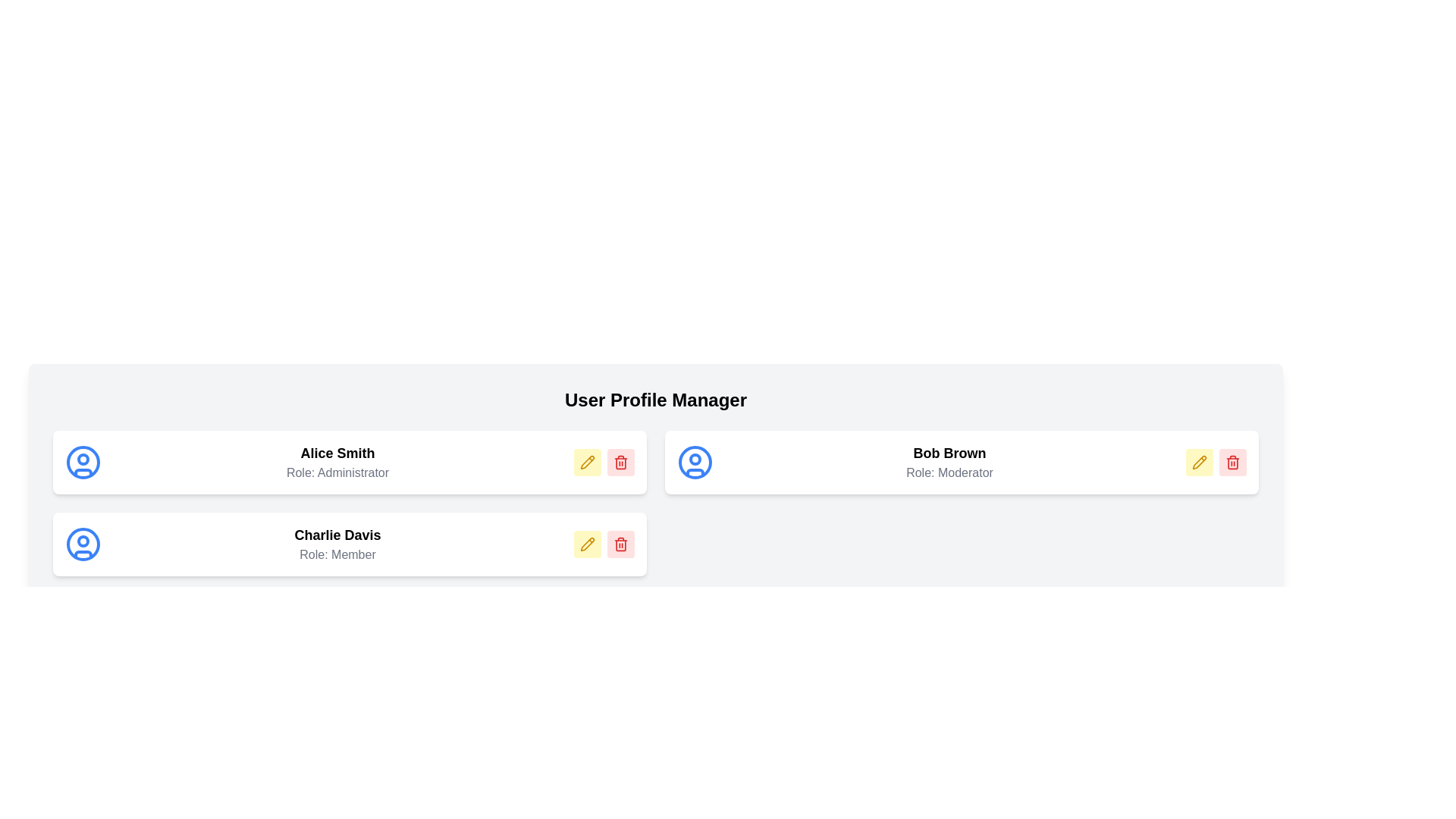  I want to click on the button that initiates editing the details of Charlie Davis' user profile, so click(586, 543).